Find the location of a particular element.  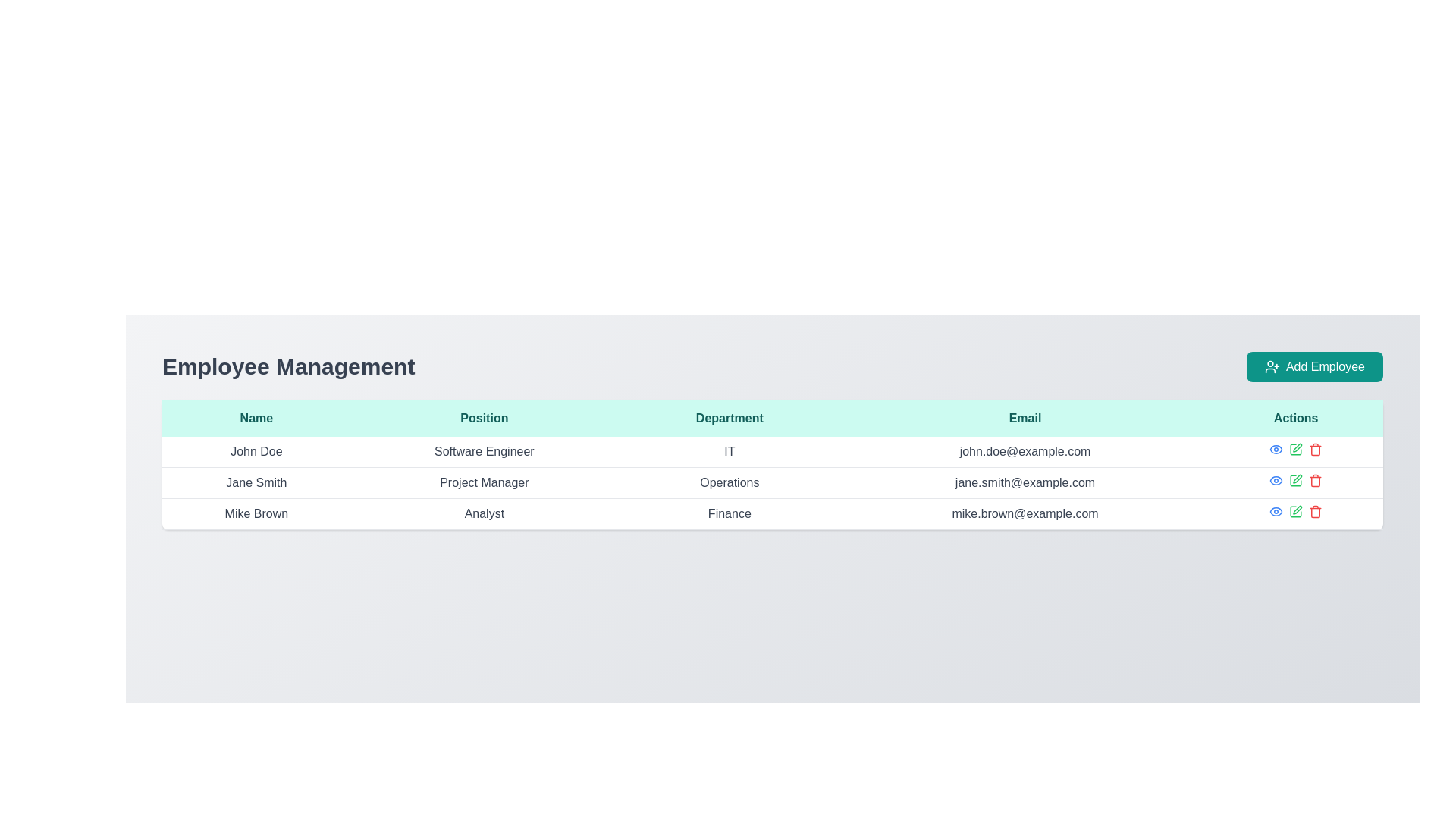

the button containing the user profile icon with a plus sign, which is located to the left of the 'Add Employee' text on a teal background is located at coordinates (1272, 366).